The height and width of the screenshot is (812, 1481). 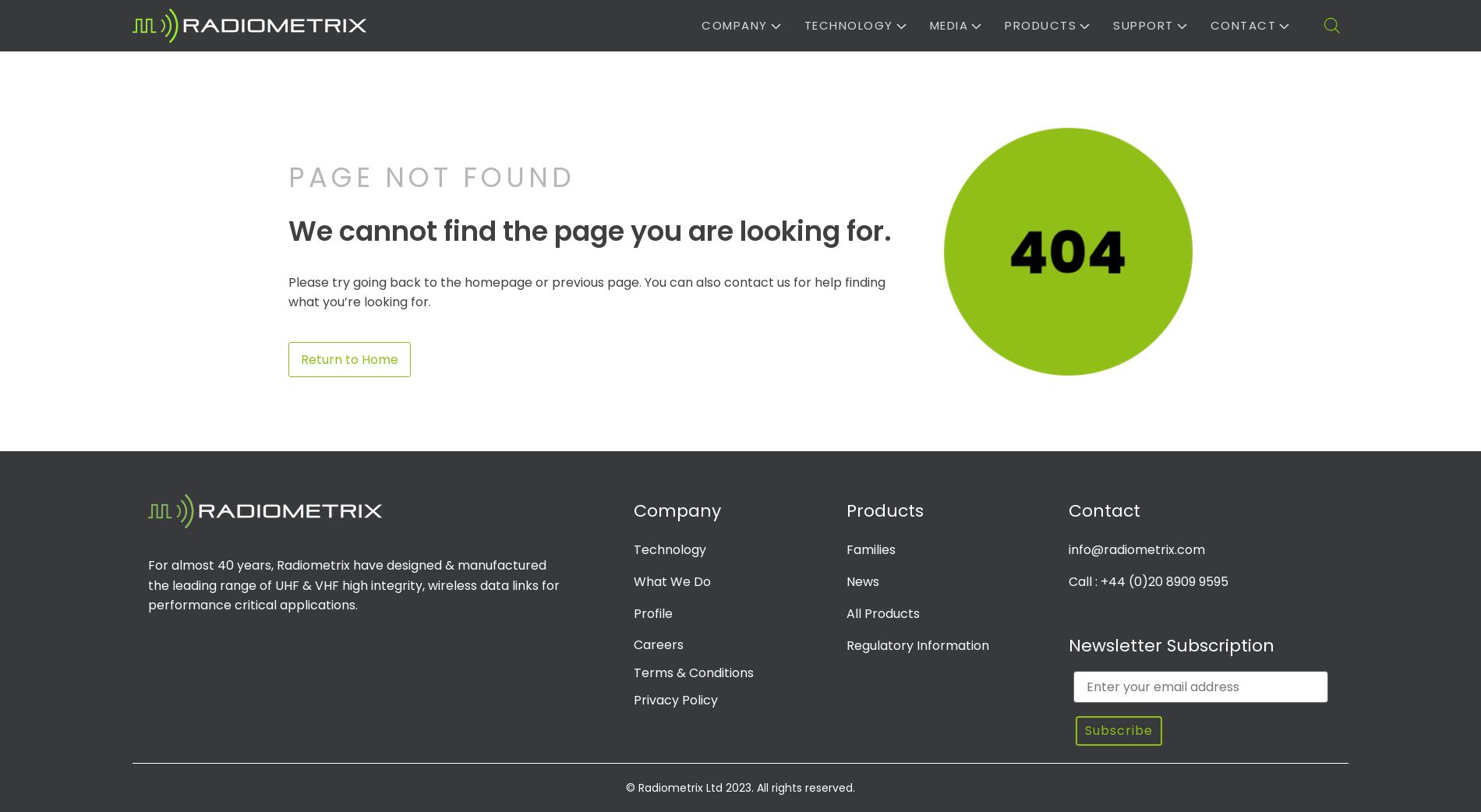 I want to click on 'Medical', so click(x=960, y=222).